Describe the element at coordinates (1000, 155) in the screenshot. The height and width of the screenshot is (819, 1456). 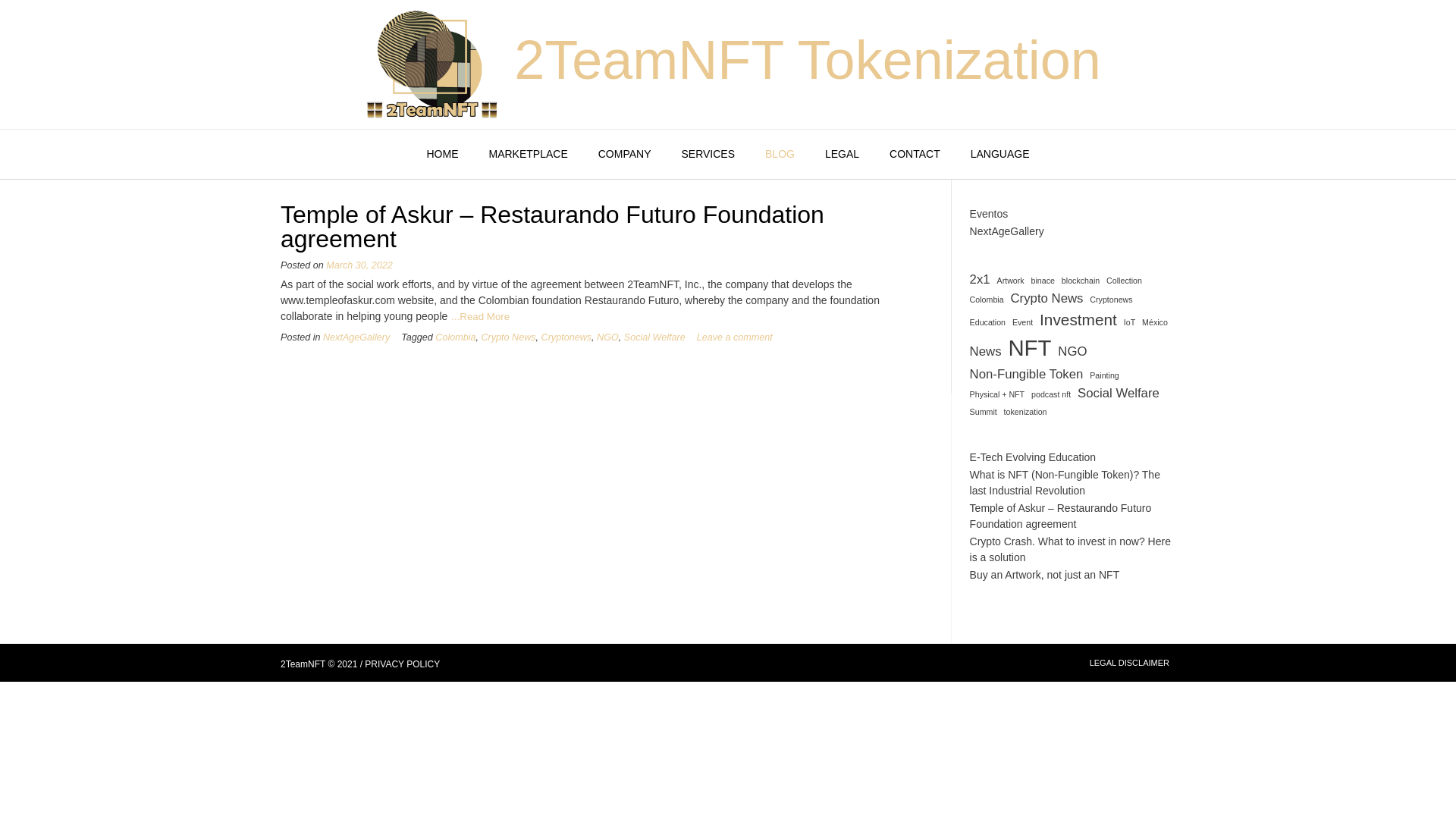
I see `'LANGUAGE'` at that location.